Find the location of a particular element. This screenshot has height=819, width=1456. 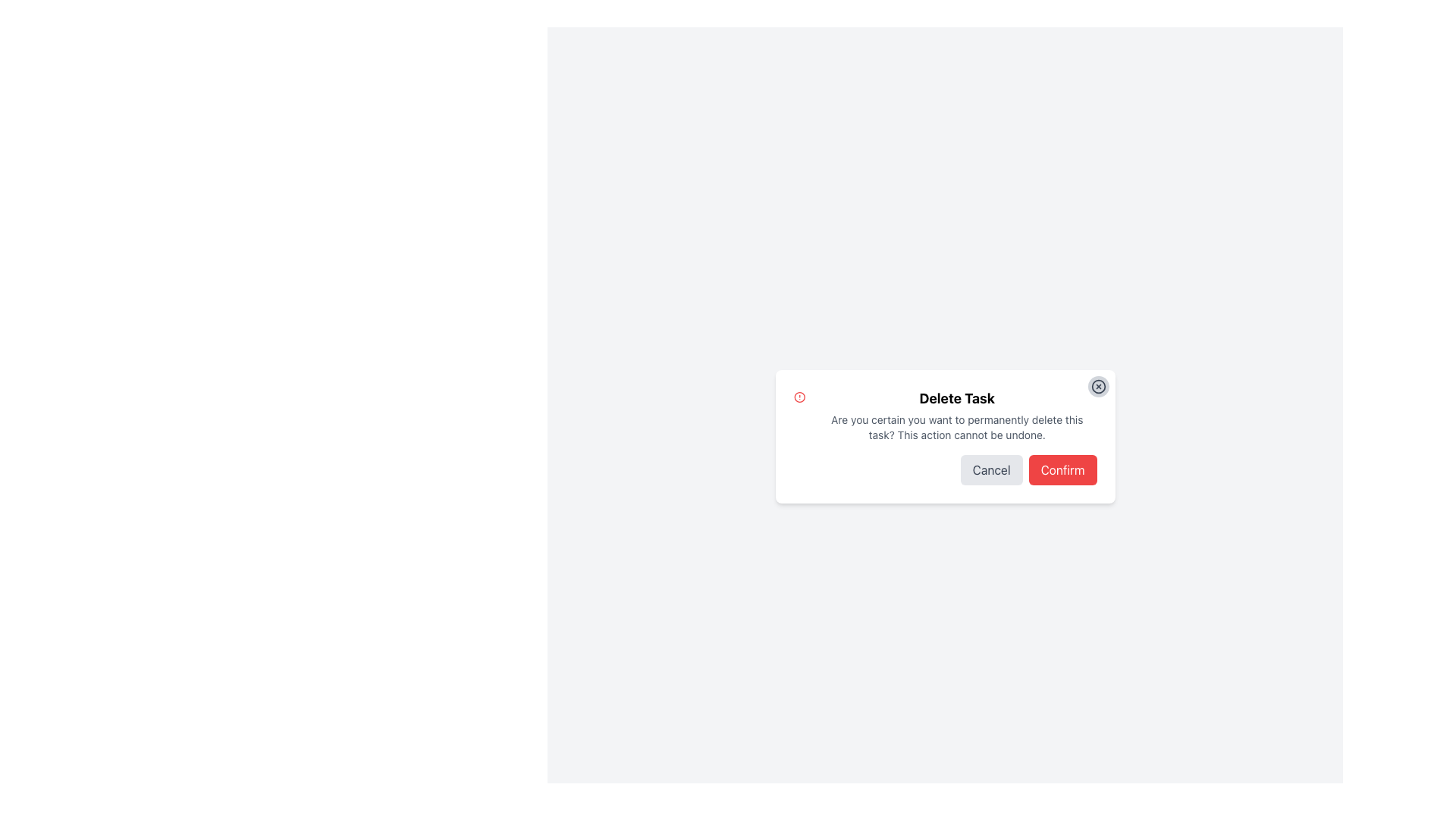

the static informational text that states 'Are you certain you want to permanently delete this task? This action cannot be undone.' which is located below the title 'Delete Task' in the confirmation dialog is located at coordinates (956, 427).